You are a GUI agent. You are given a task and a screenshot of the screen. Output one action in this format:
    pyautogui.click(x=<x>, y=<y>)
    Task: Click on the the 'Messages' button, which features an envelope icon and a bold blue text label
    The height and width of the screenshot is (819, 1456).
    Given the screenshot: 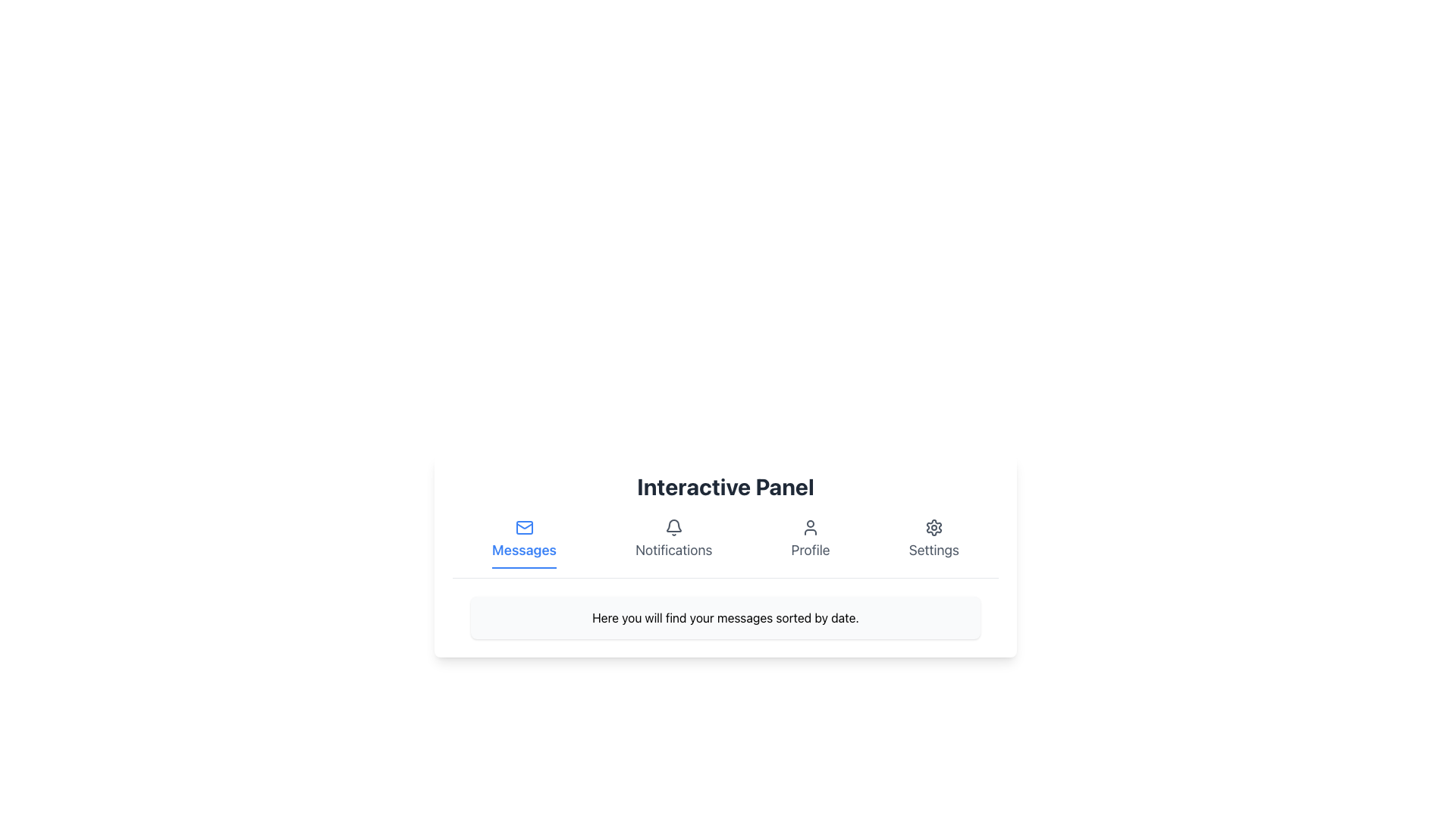 What is the action you would take?
    pyautogui.click(x=524, y=543)
    